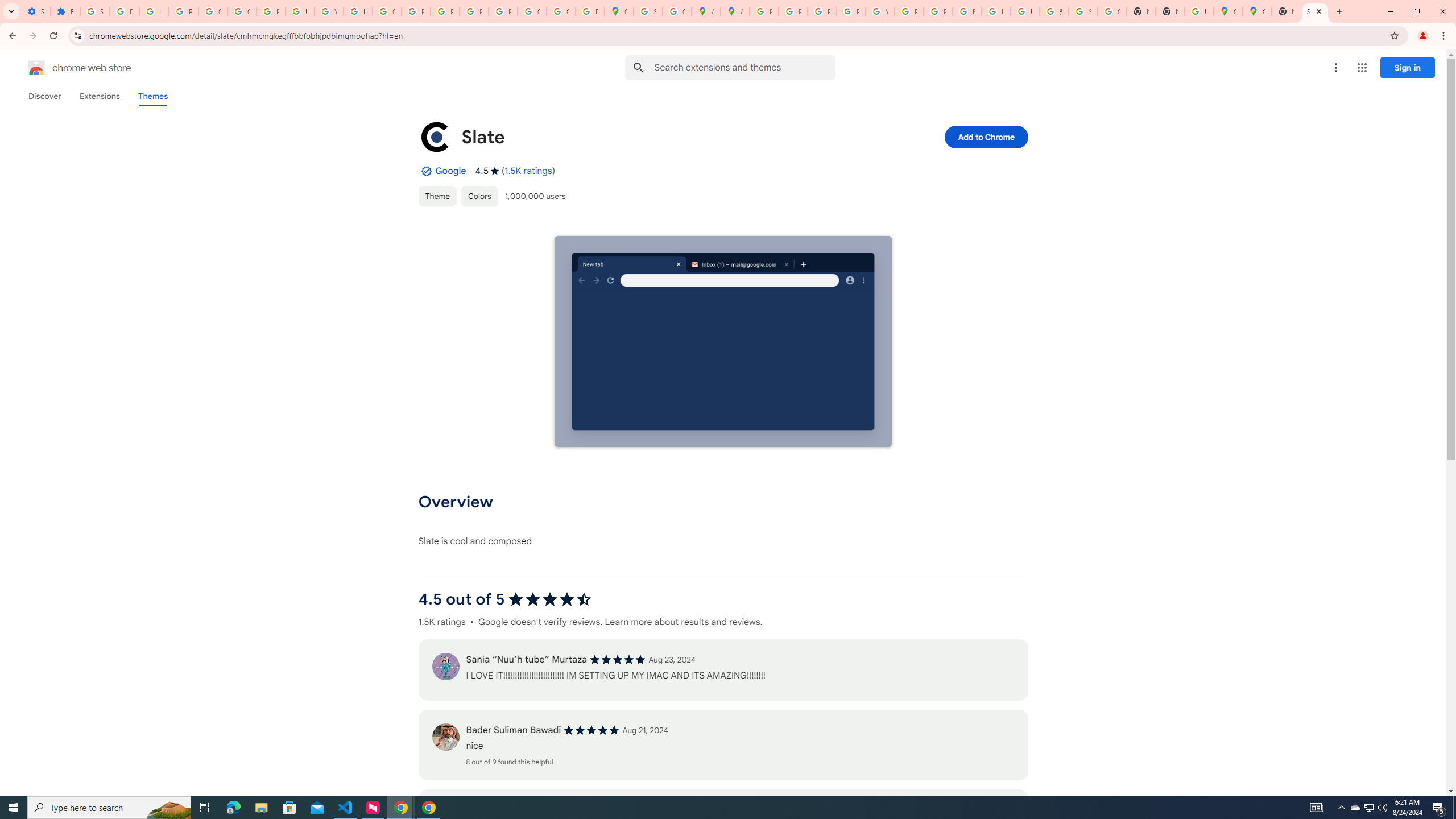 The width and height of the screenshot is (1456, 819). I want to click on 'Policy Accountability and Transparency - Transparency Center', so click(763, 11).